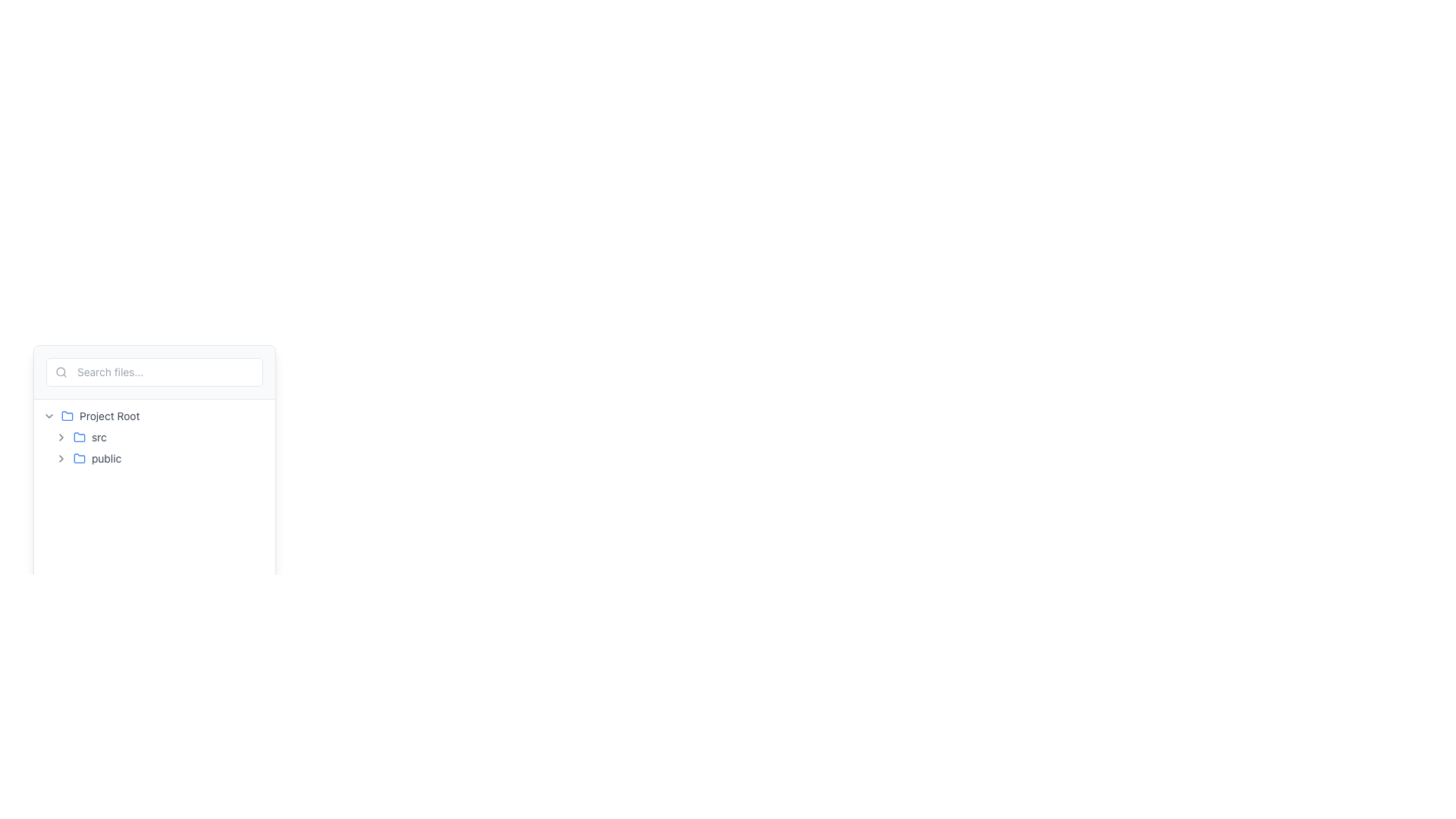  I want to click on static text label that indicates the root directory of the project within the file navigation panel, located near the top-left section of the layout, so click(108, 416).